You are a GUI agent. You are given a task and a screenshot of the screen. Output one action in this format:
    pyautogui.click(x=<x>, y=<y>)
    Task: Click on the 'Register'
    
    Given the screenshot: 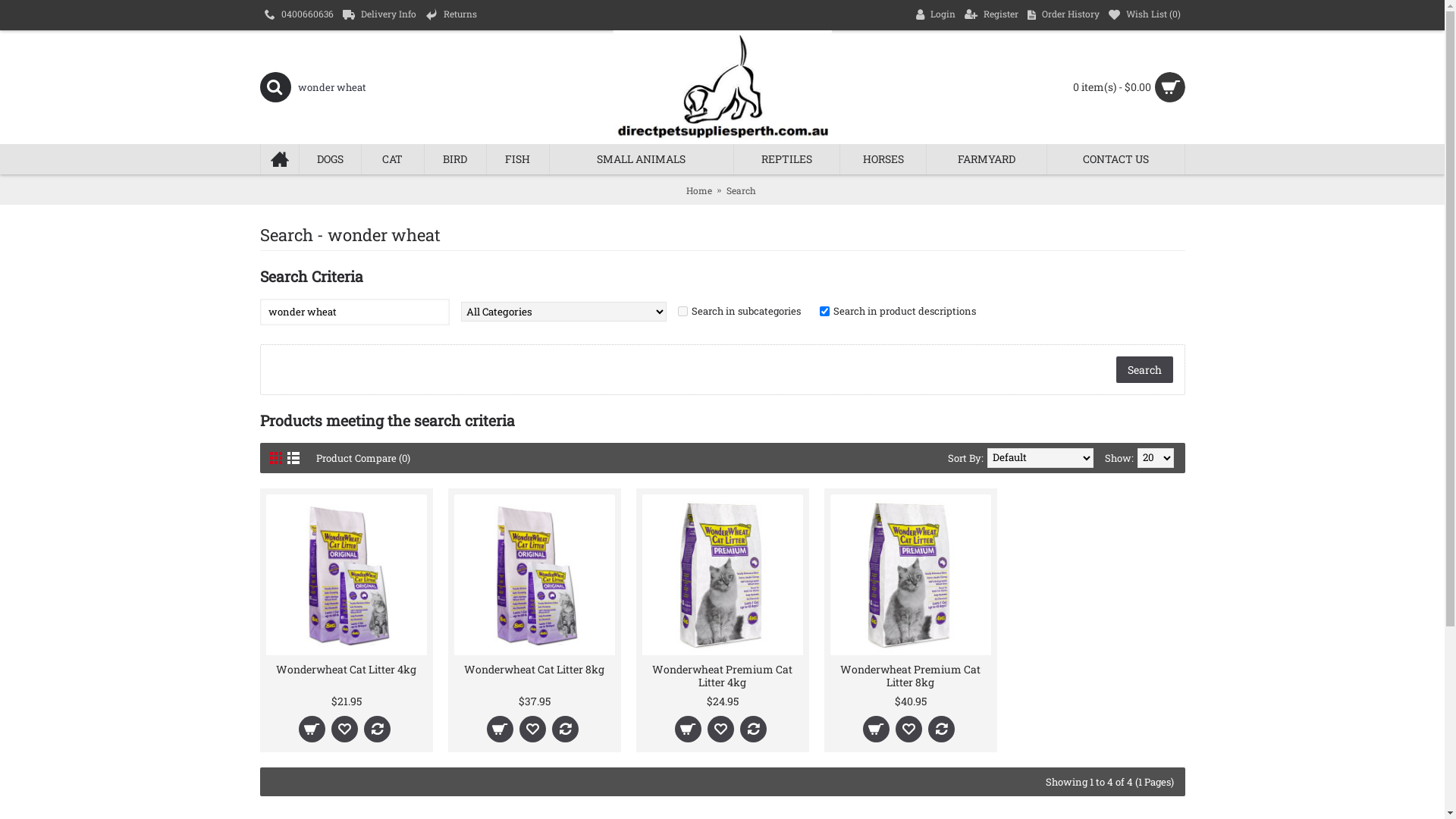 What is the action you would take?
    pyautogui.click(x=991, y=14)
    